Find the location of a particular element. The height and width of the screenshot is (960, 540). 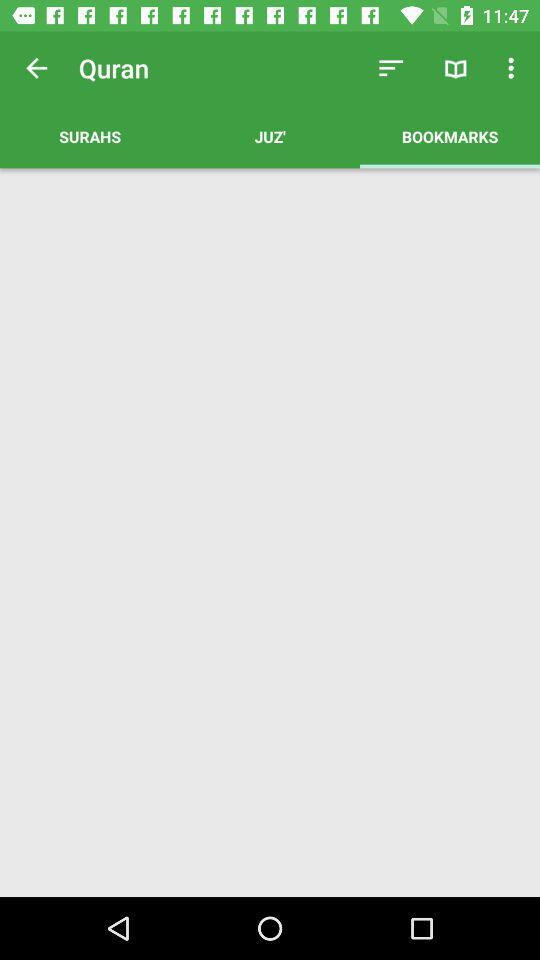

the item to the left of bookmarks item is located at coordinates (270, 135).